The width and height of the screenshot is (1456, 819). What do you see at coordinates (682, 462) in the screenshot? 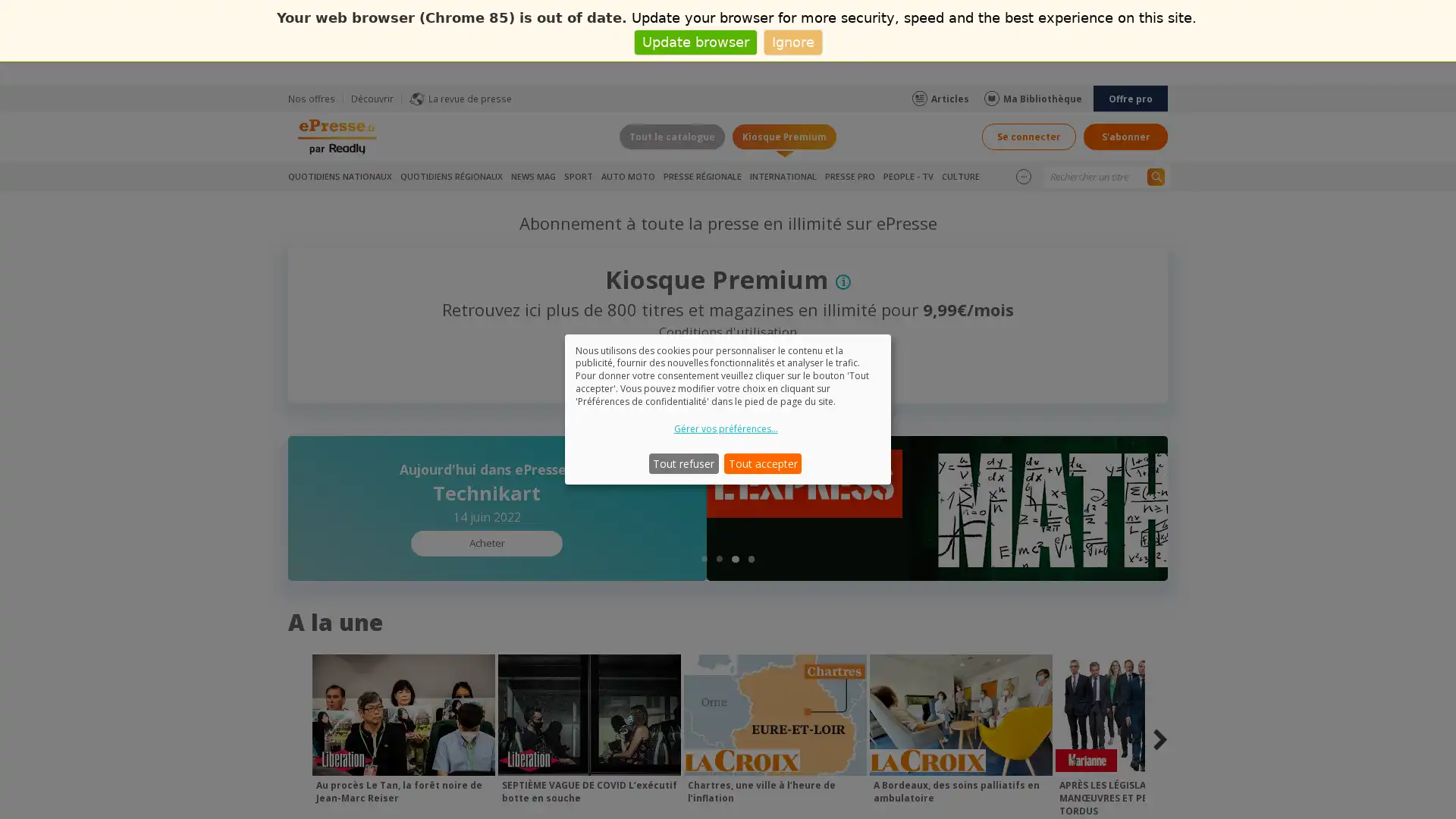
I see `Tout refuser` at bounding box center [682, 462].